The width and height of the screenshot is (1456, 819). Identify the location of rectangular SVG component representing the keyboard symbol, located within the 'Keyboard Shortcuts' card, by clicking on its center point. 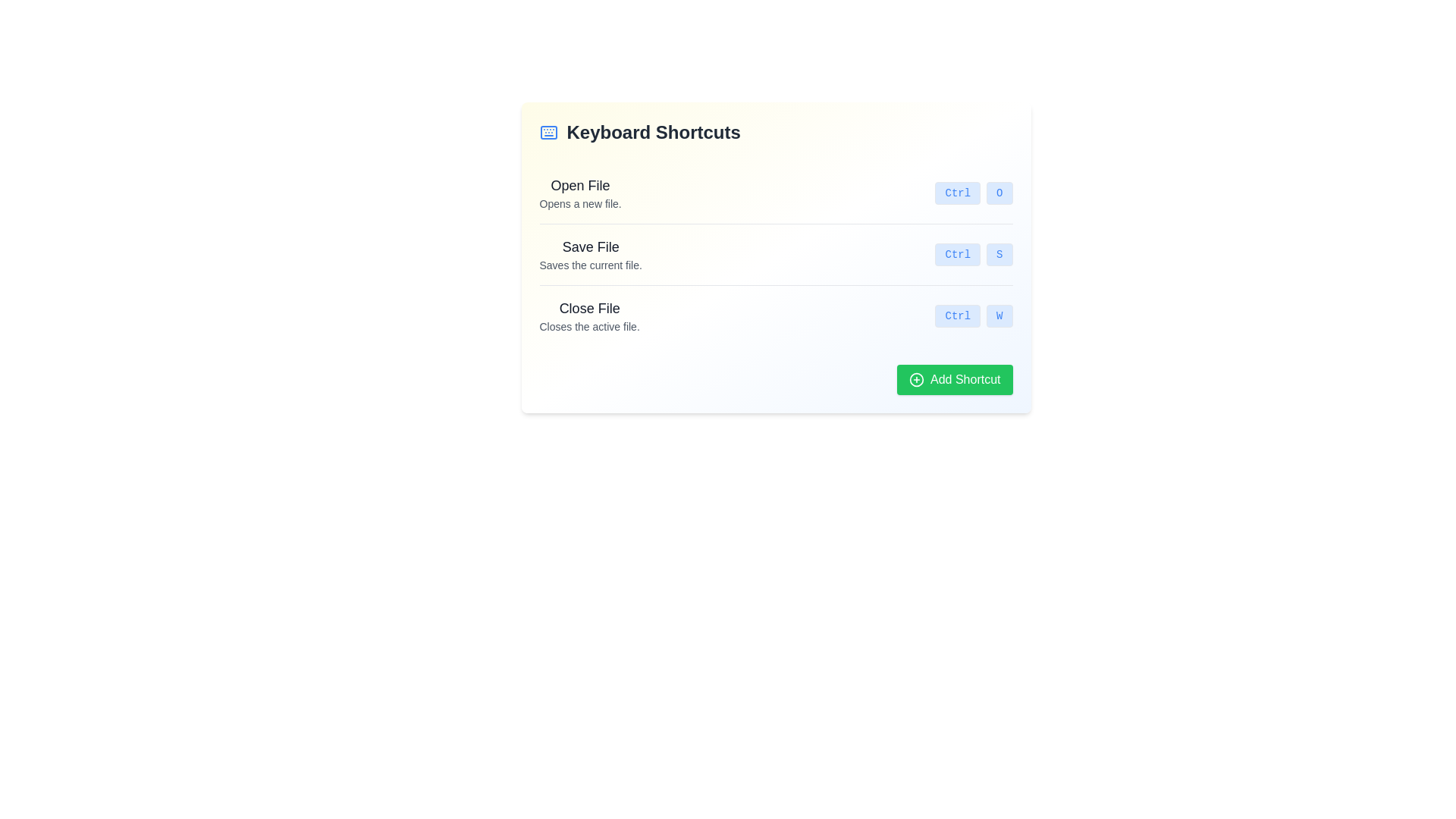
(548, 131).